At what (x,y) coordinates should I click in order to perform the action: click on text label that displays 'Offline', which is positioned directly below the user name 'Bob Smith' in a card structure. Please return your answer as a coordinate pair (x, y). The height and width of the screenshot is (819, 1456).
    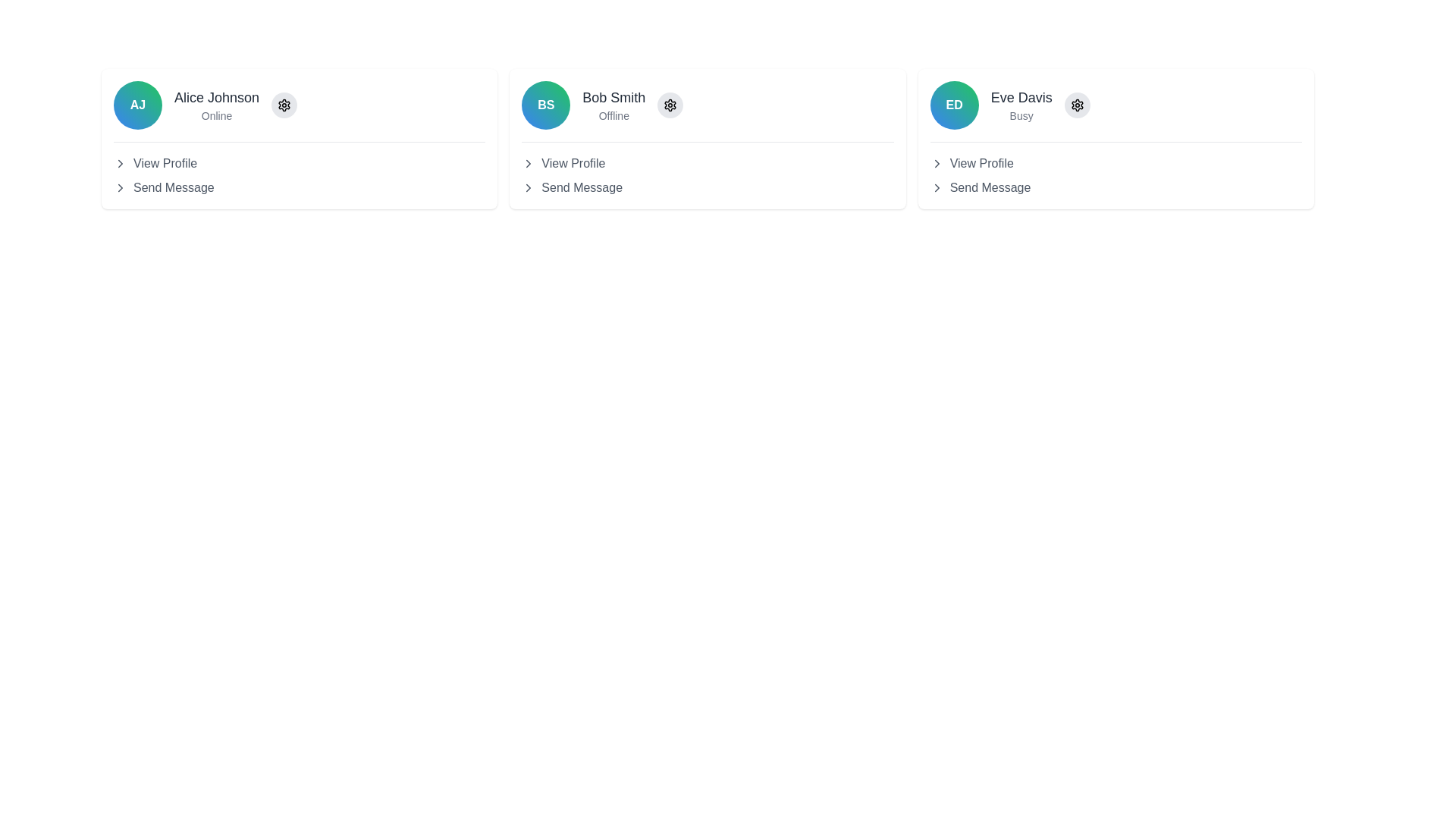
    Looking at the image, I should click on (613, 115).